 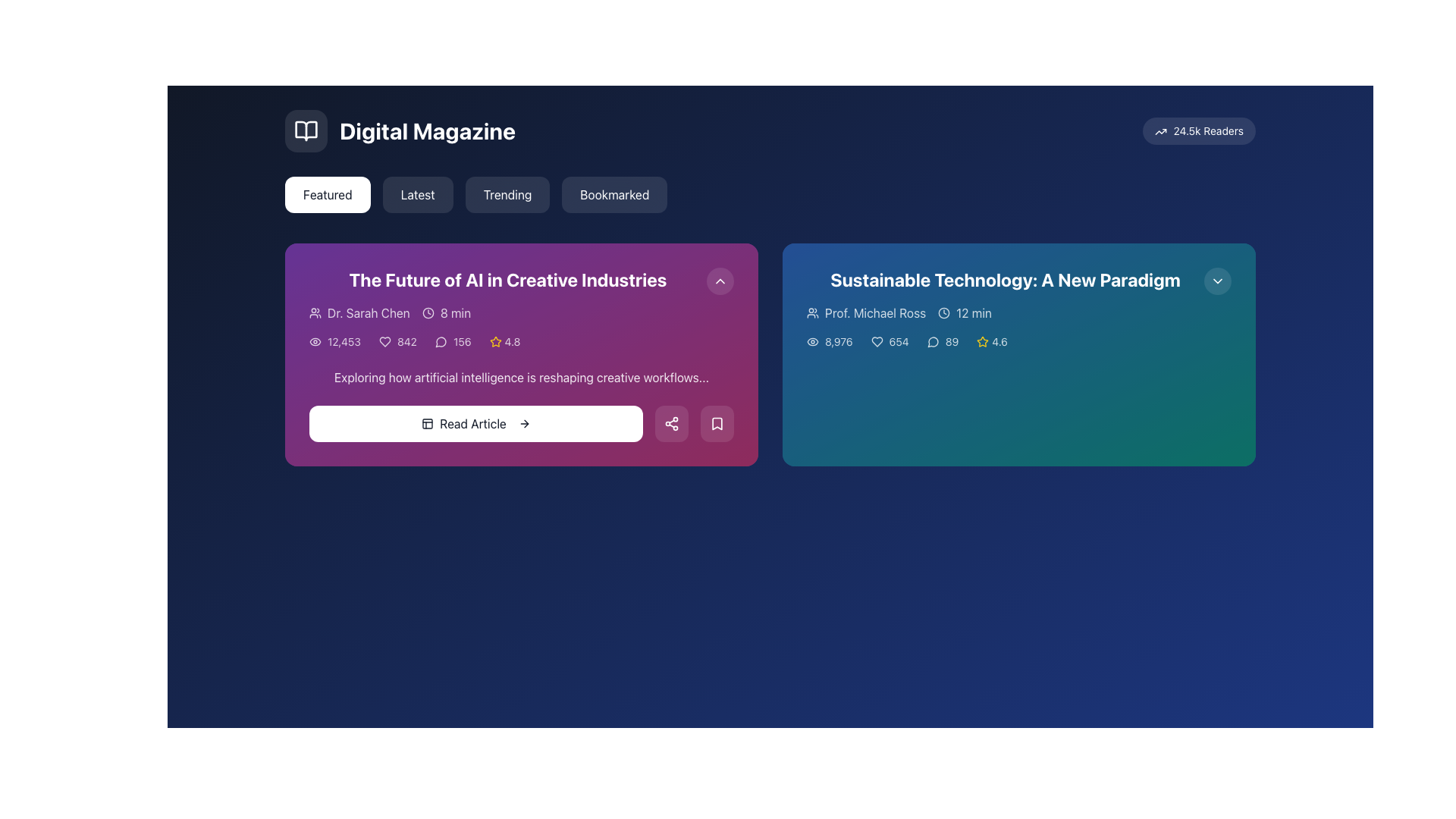 I want to click on the call-to-action button located at the bottom of the card titled 'The Future of AI in Creative Industries', so click(x=521, y=424).